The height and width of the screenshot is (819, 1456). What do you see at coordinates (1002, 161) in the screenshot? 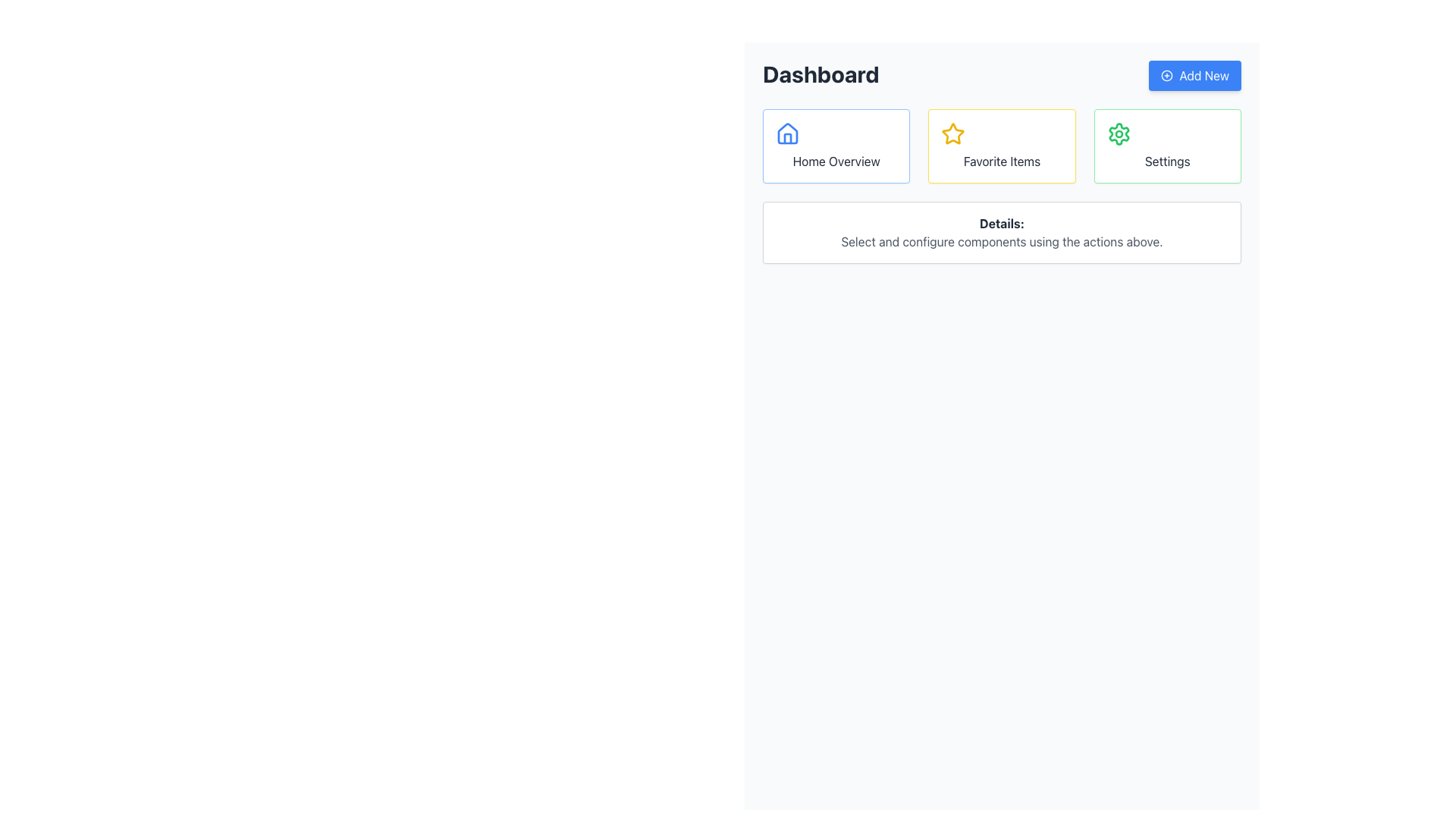
I see `'Favorite Items' text label, which is displayed in dark gray on a white background, centered within a yellow-bordered box` at bounding box center [1002, 161].